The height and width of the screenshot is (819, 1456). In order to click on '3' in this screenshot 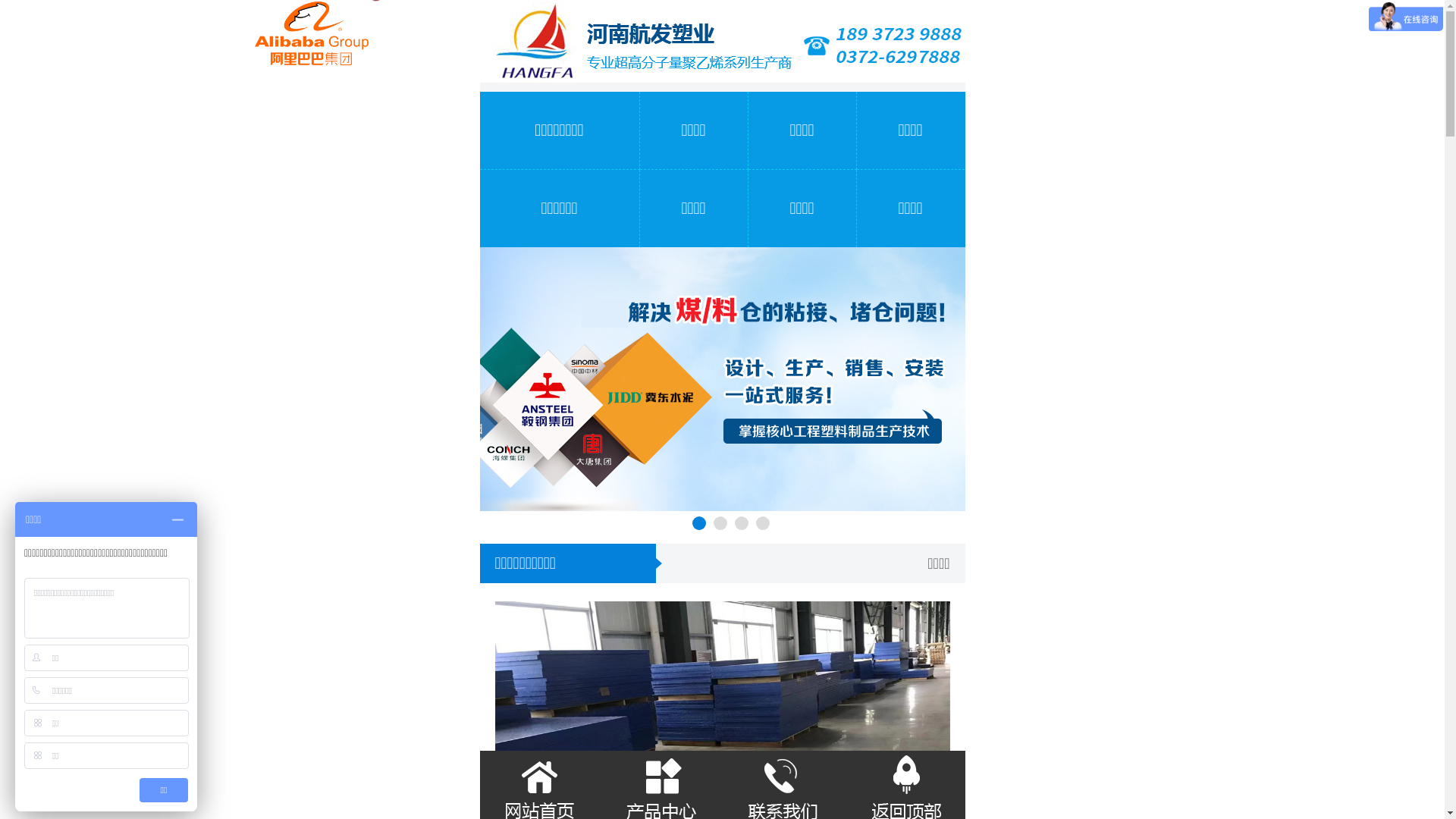, I will do `click(734, 522)`.